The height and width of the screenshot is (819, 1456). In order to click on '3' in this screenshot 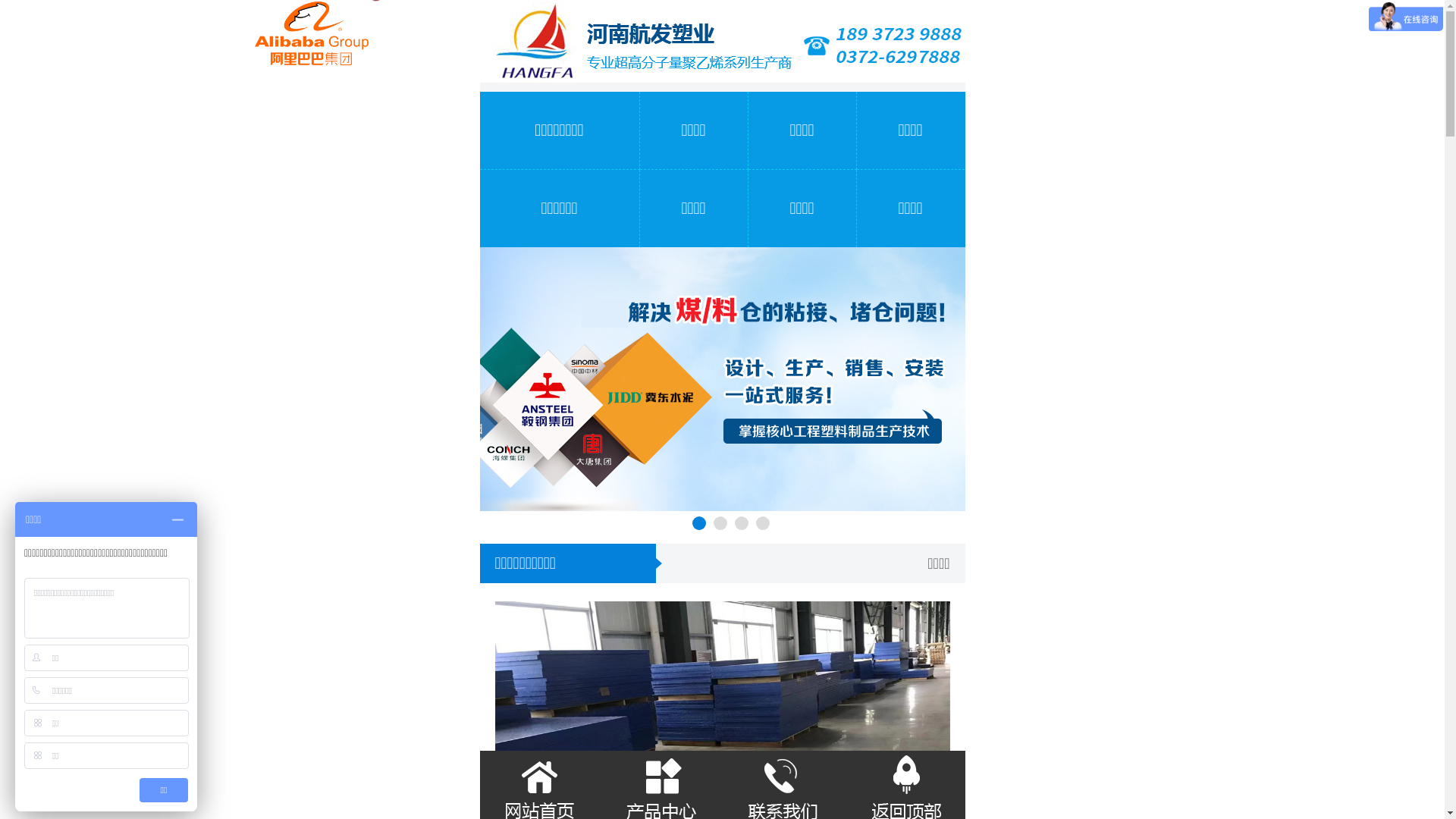, I will do `click(734, 522)`.